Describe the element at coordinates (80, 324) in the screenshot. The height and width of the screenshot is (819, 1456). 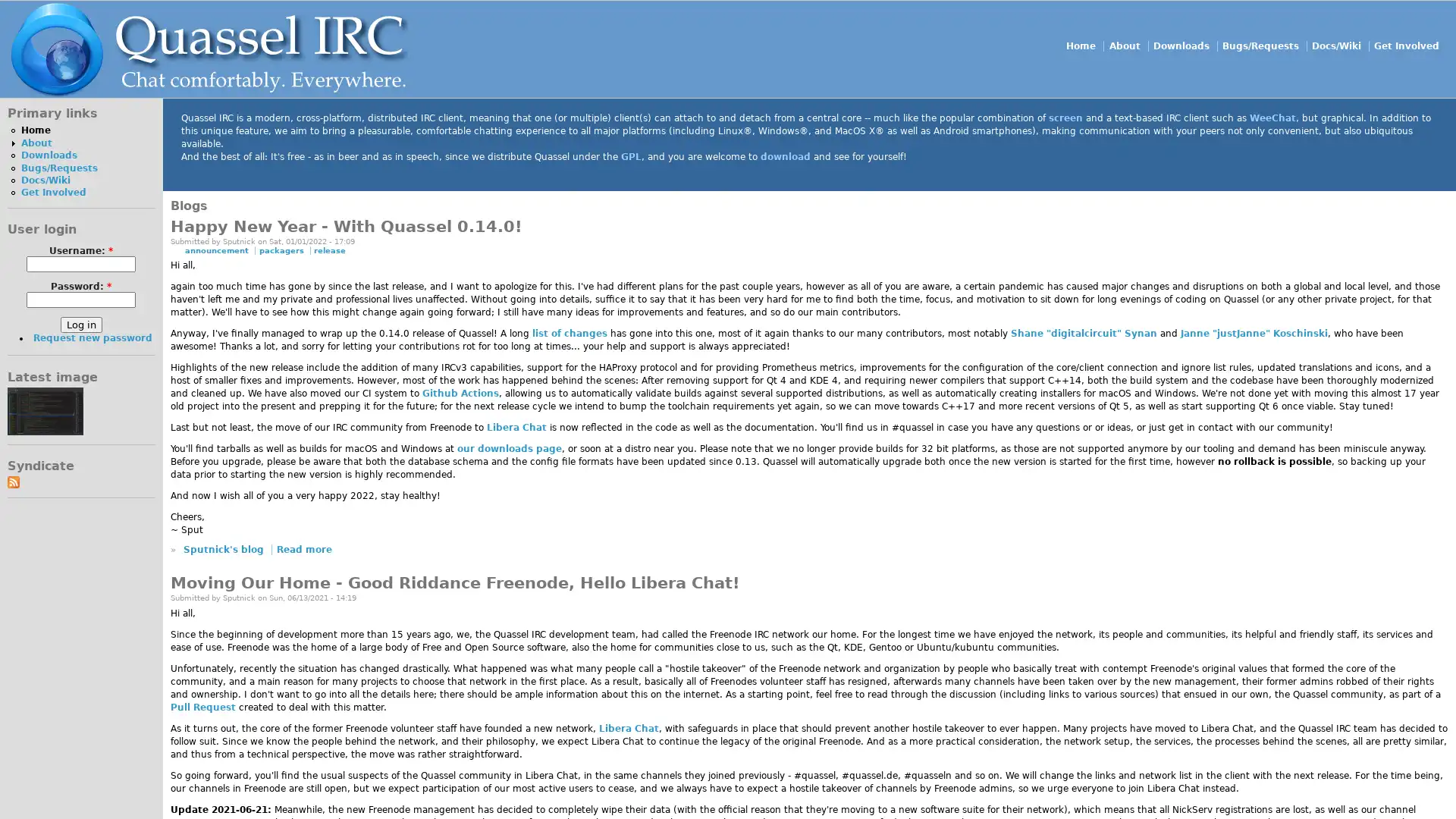
I see `Log in` at that location.